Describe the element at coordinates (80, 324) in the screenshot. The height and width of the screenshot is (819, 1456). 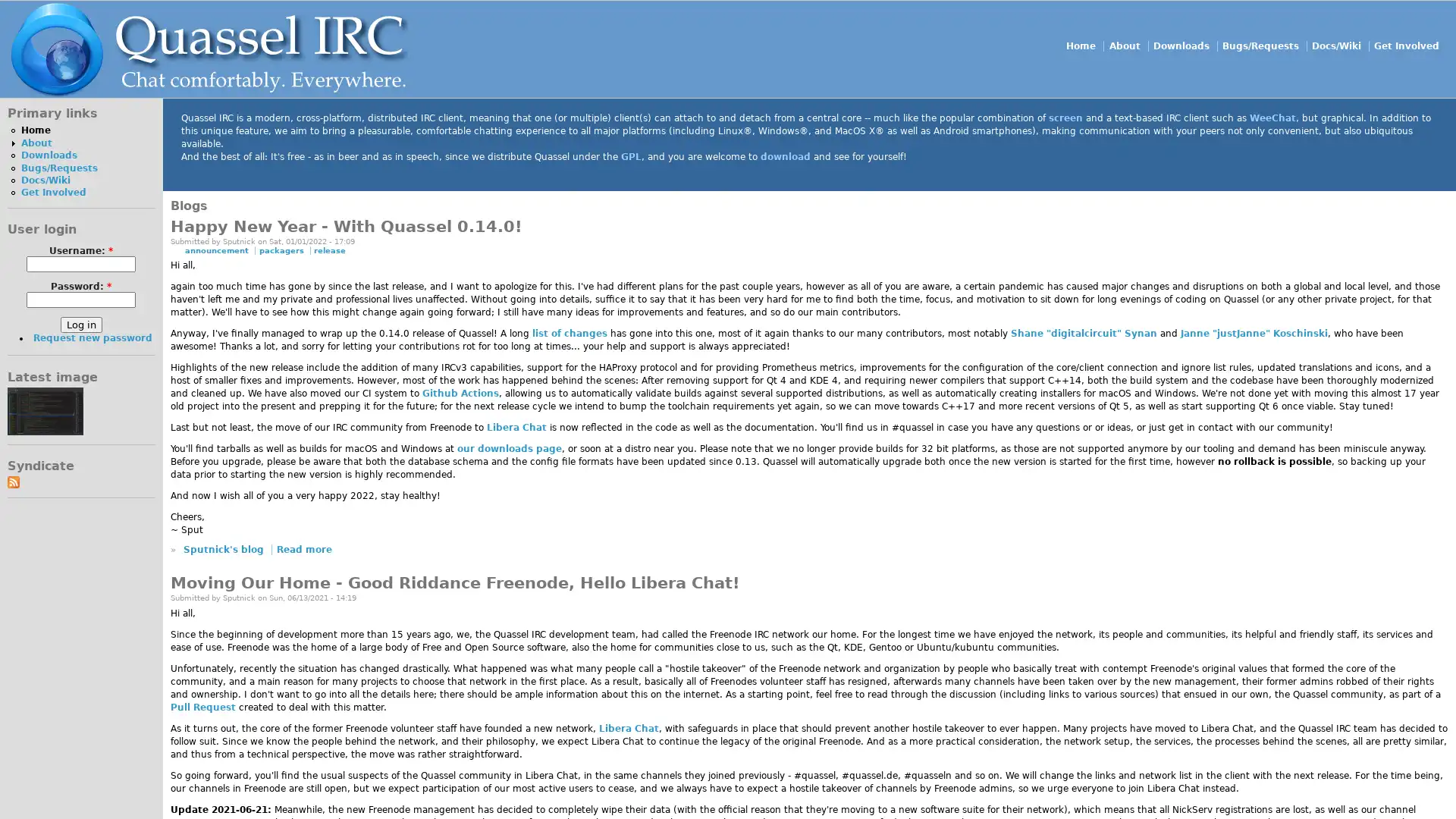
I see `Log in` at that location.